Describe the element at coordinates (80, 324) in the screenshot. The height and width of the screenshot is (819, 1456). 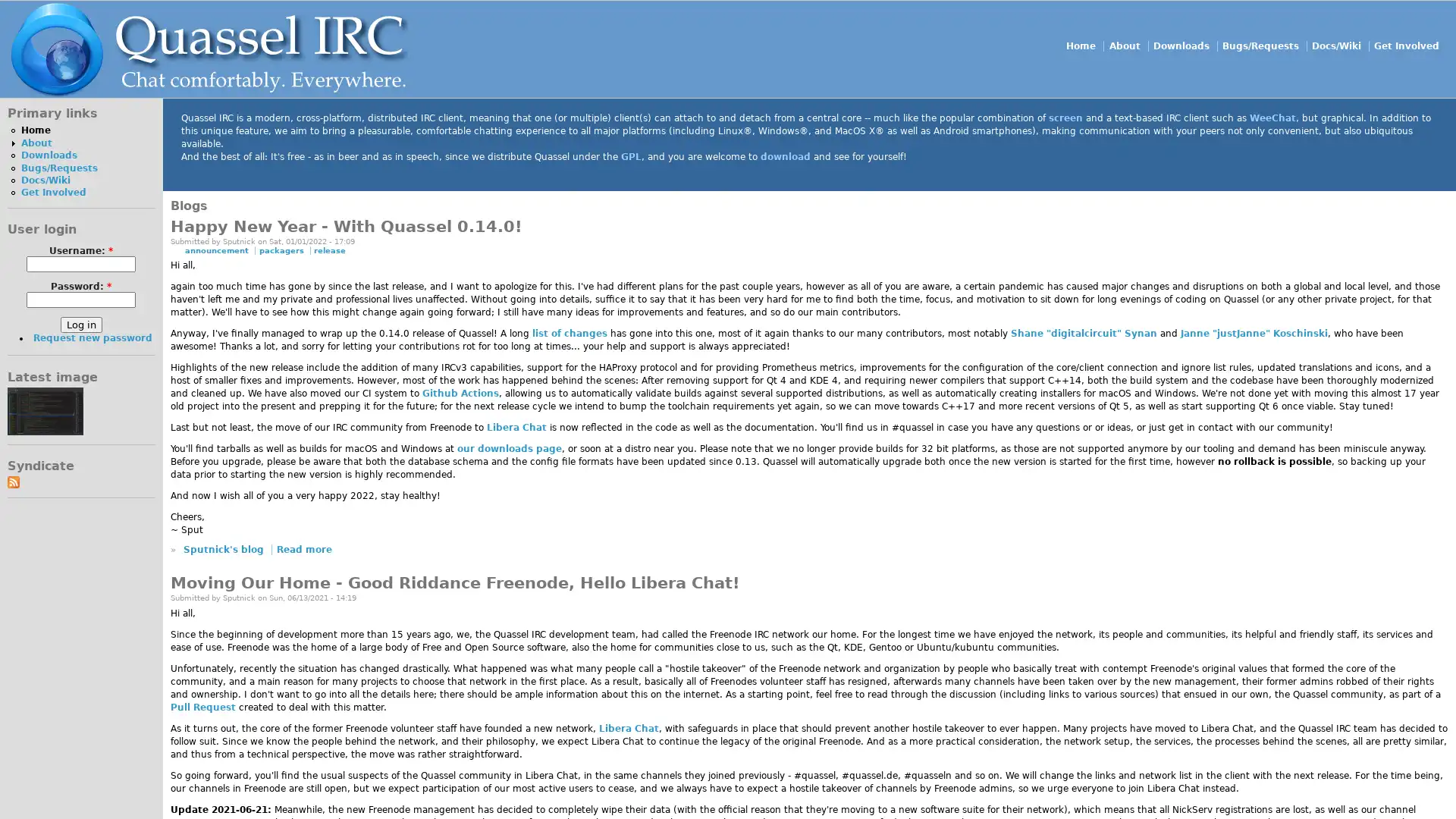
I see `Log in` at that location.